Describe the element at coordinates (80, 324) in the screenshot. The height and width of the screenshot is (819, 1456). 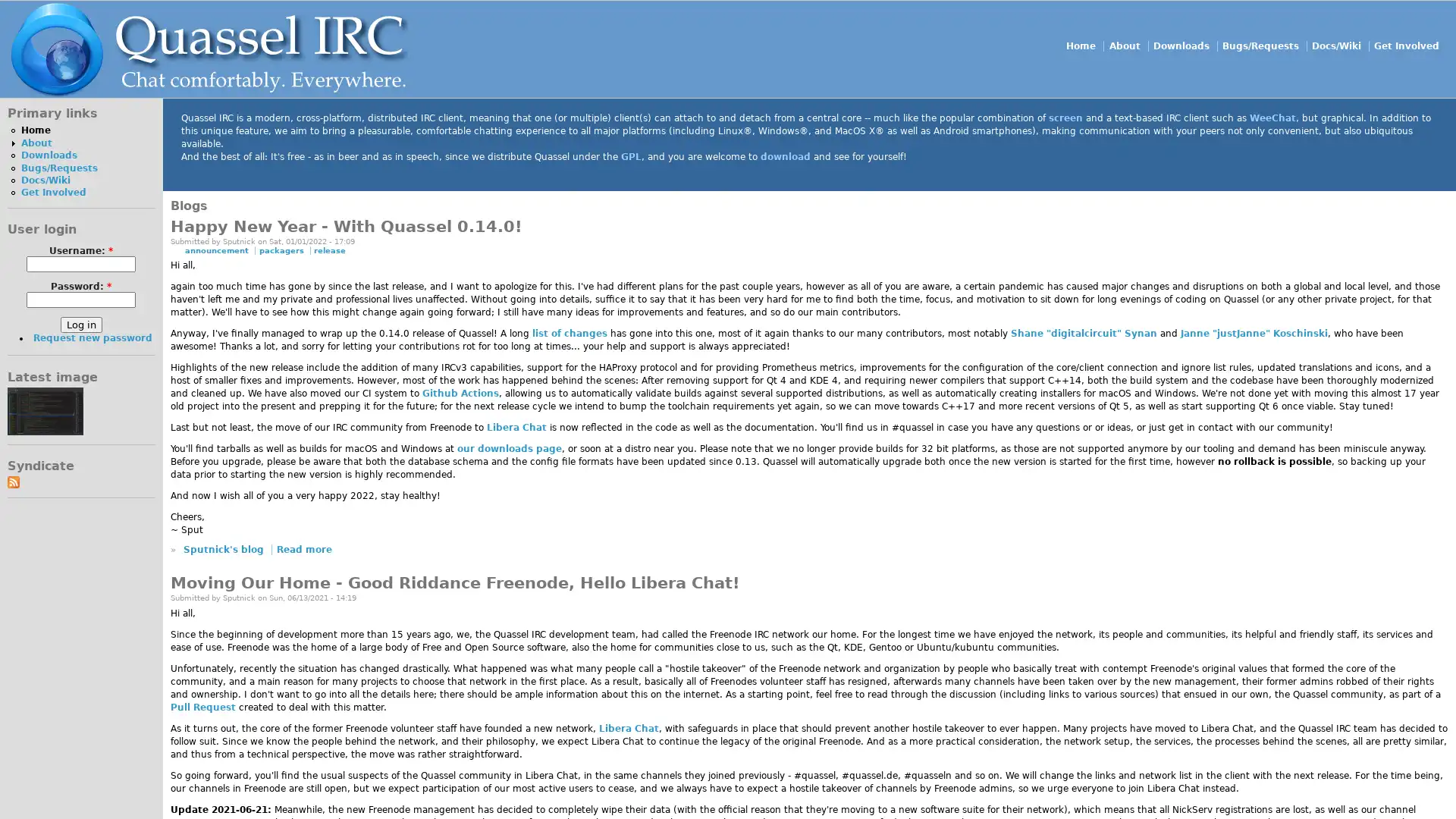
I see `Log in` at that location.